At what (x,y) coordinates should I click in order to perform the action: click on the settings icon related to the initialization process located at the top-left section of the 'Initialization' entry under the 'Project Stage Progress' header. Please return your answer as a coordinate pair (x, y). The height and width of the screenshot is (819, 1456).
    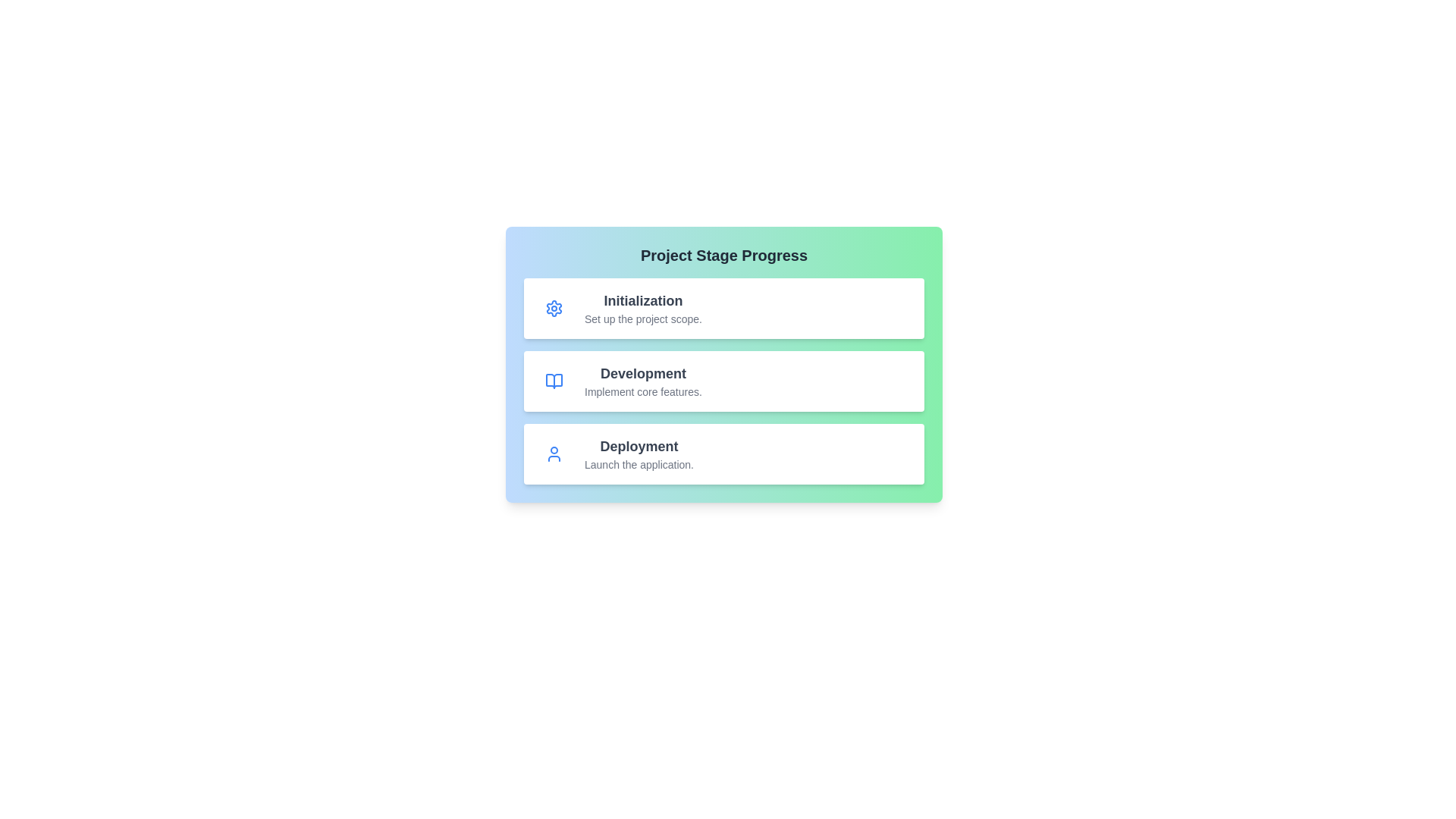
    Looking at the image, I should click on (553, 308).